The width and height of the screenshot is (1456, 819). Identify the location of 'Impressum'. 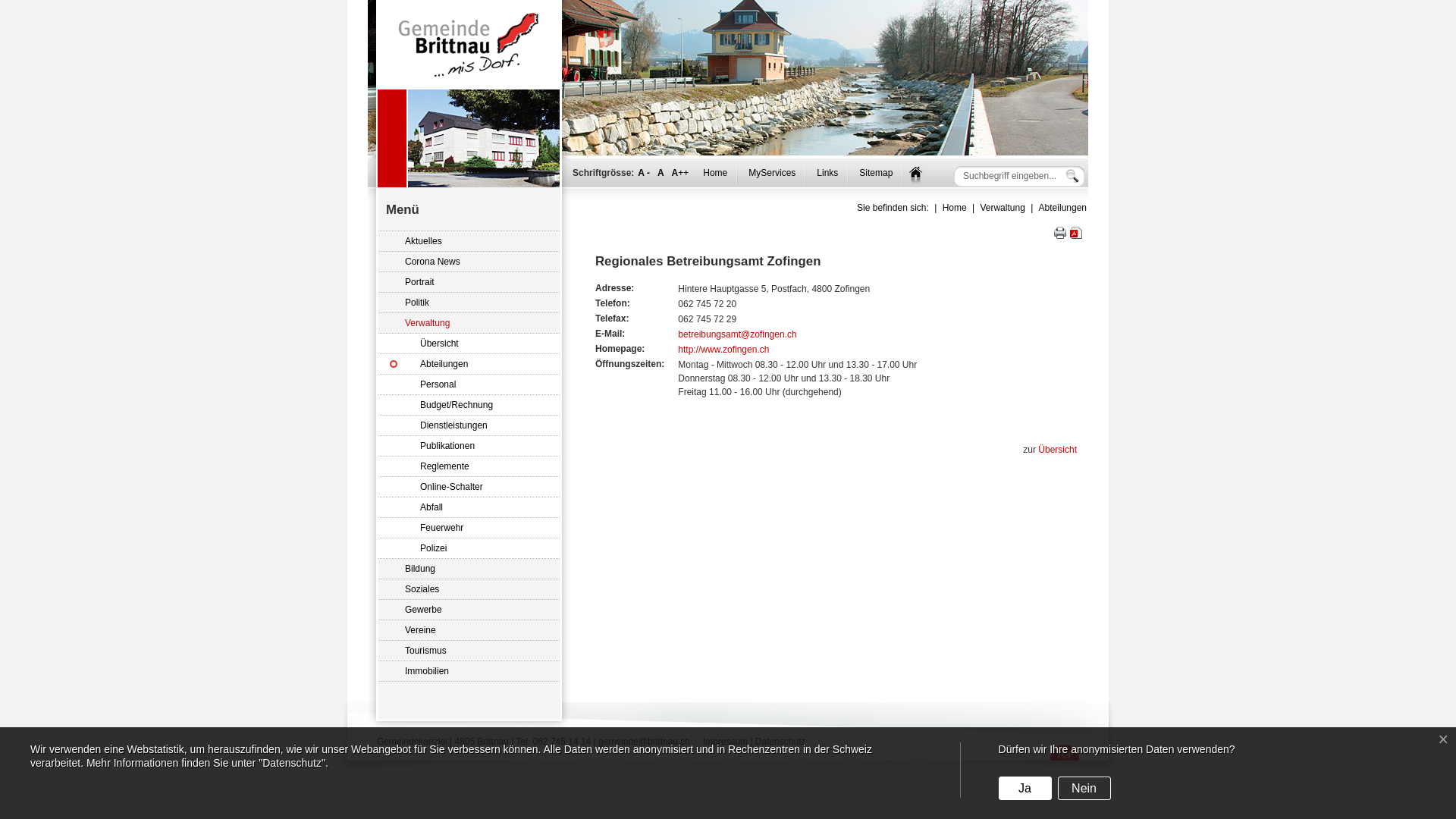
(724, 741).